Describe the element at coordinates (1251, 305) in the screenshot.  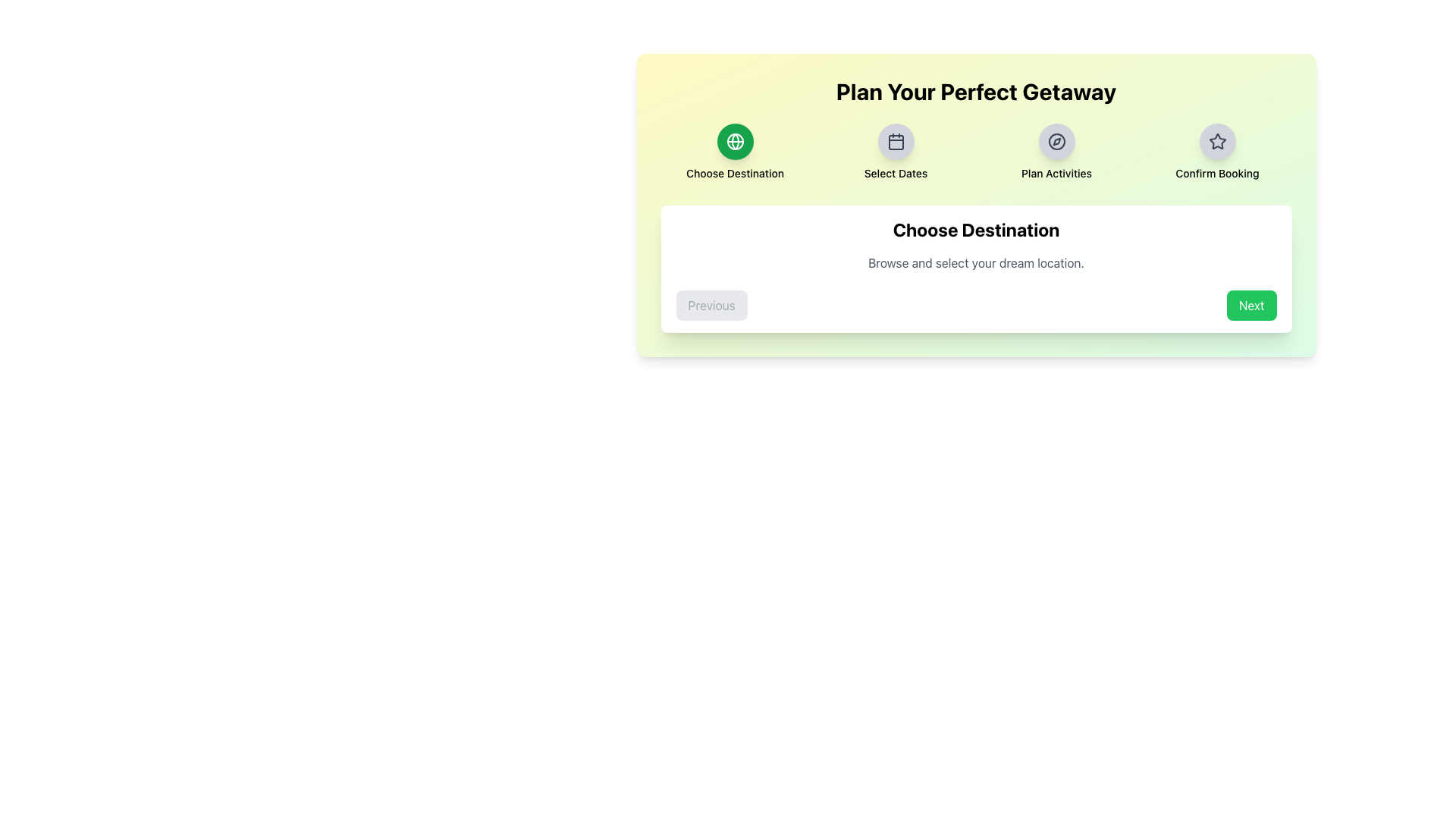
I see `the green 'Next' button with rounded edges to proceed` at that location.